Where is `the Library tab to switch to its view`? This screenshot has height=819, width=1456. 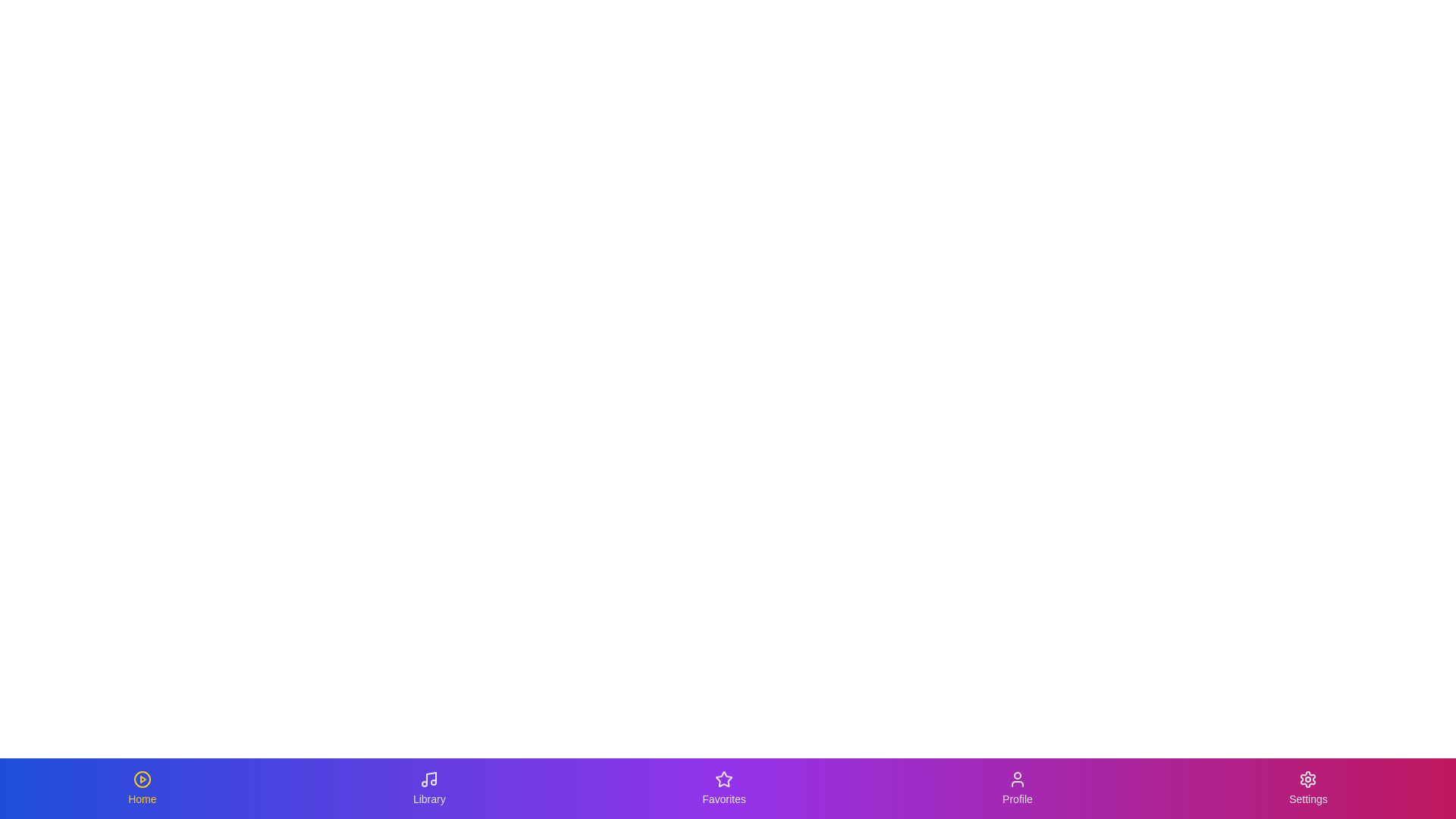
the Library tab to switch to its view is located at coordinates (428, 788).